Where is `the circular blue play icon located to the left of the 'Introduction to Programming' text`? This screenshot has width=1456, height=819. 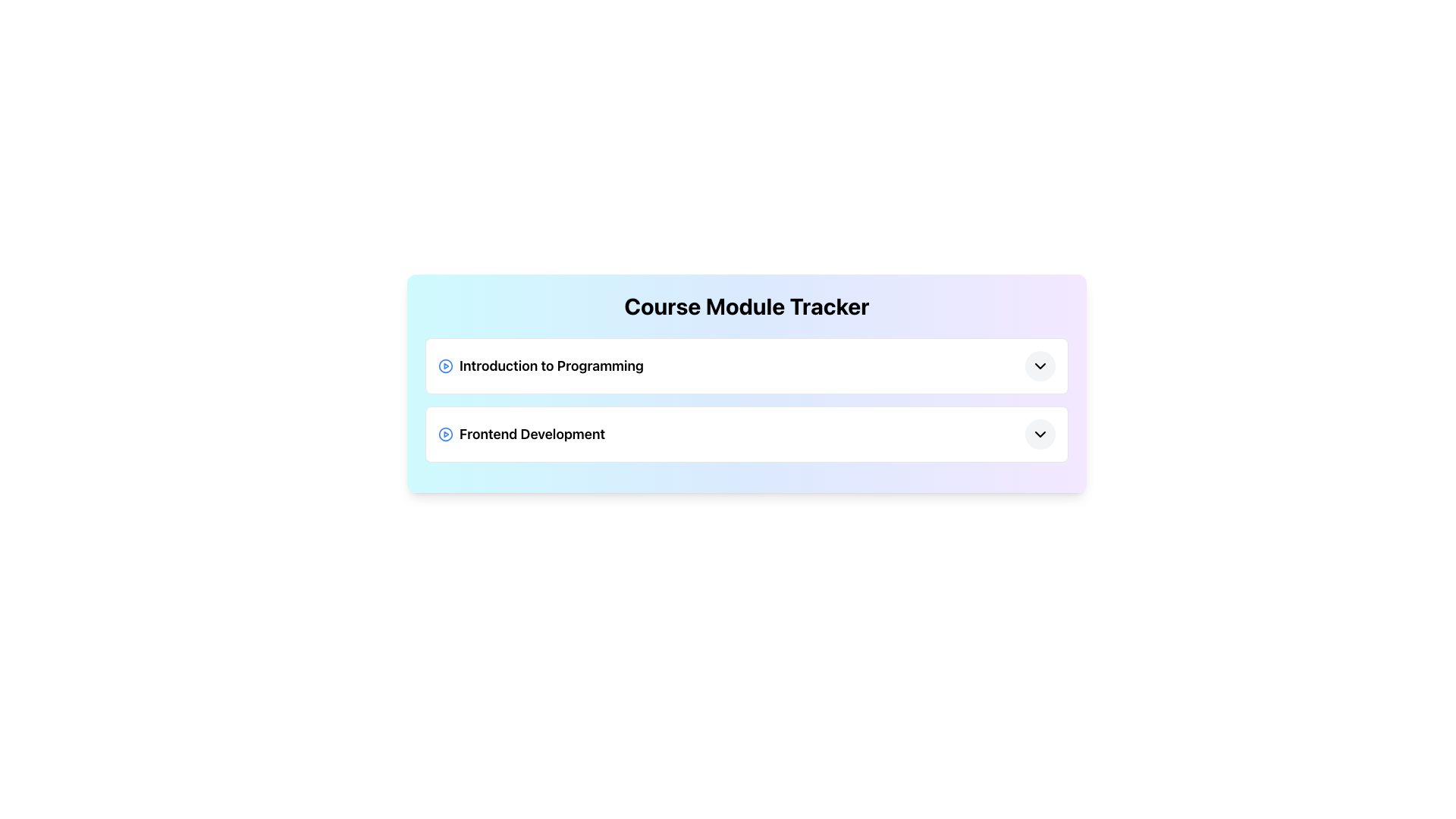 the circular blue play icon located to the left of the 'Introduction to Programming' text is located at coordinates (445, 366).